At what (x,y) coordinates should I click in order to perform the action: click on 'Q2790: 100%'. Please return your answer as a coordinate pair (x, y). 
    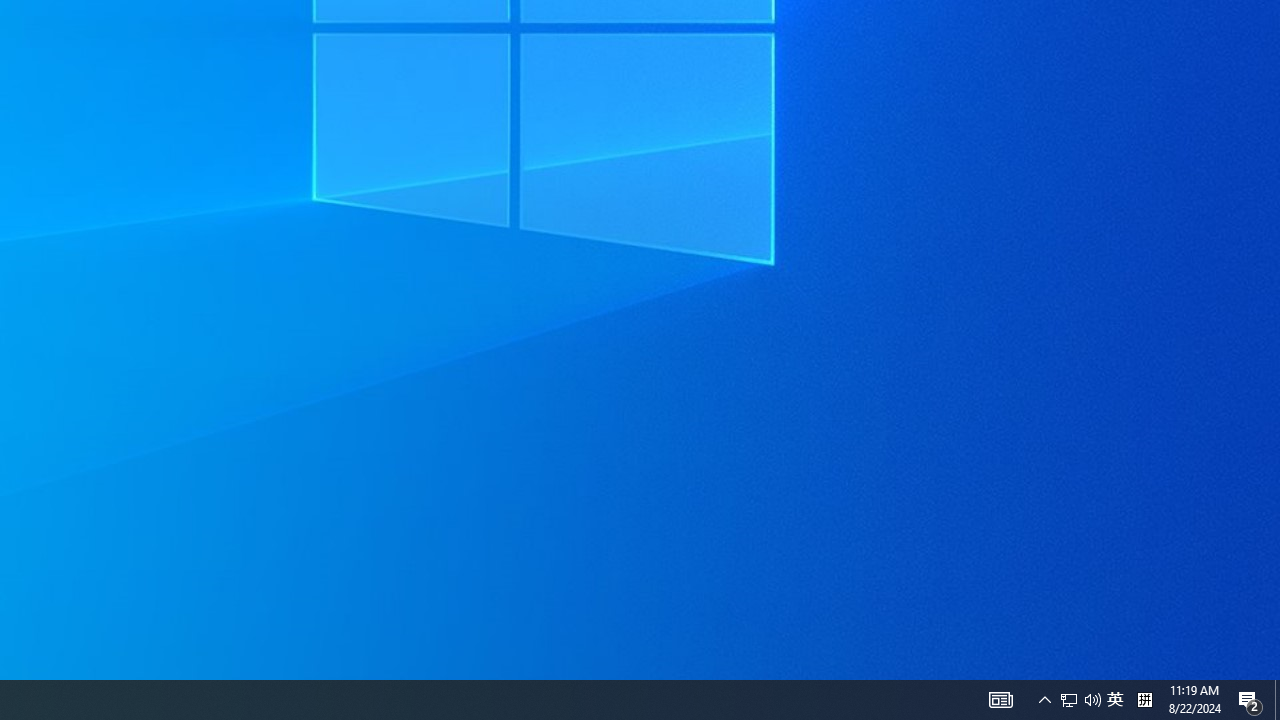
    Looking at the image, I should click on (1044, 698).